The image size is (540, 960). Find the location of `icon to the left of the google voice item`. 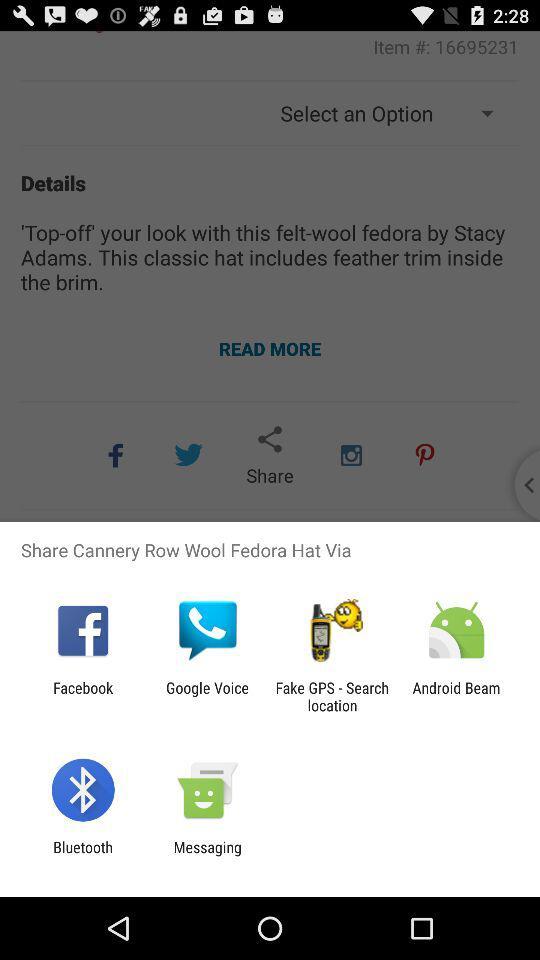

icon to the left of the google voice item is located at coordinates (82, 696).